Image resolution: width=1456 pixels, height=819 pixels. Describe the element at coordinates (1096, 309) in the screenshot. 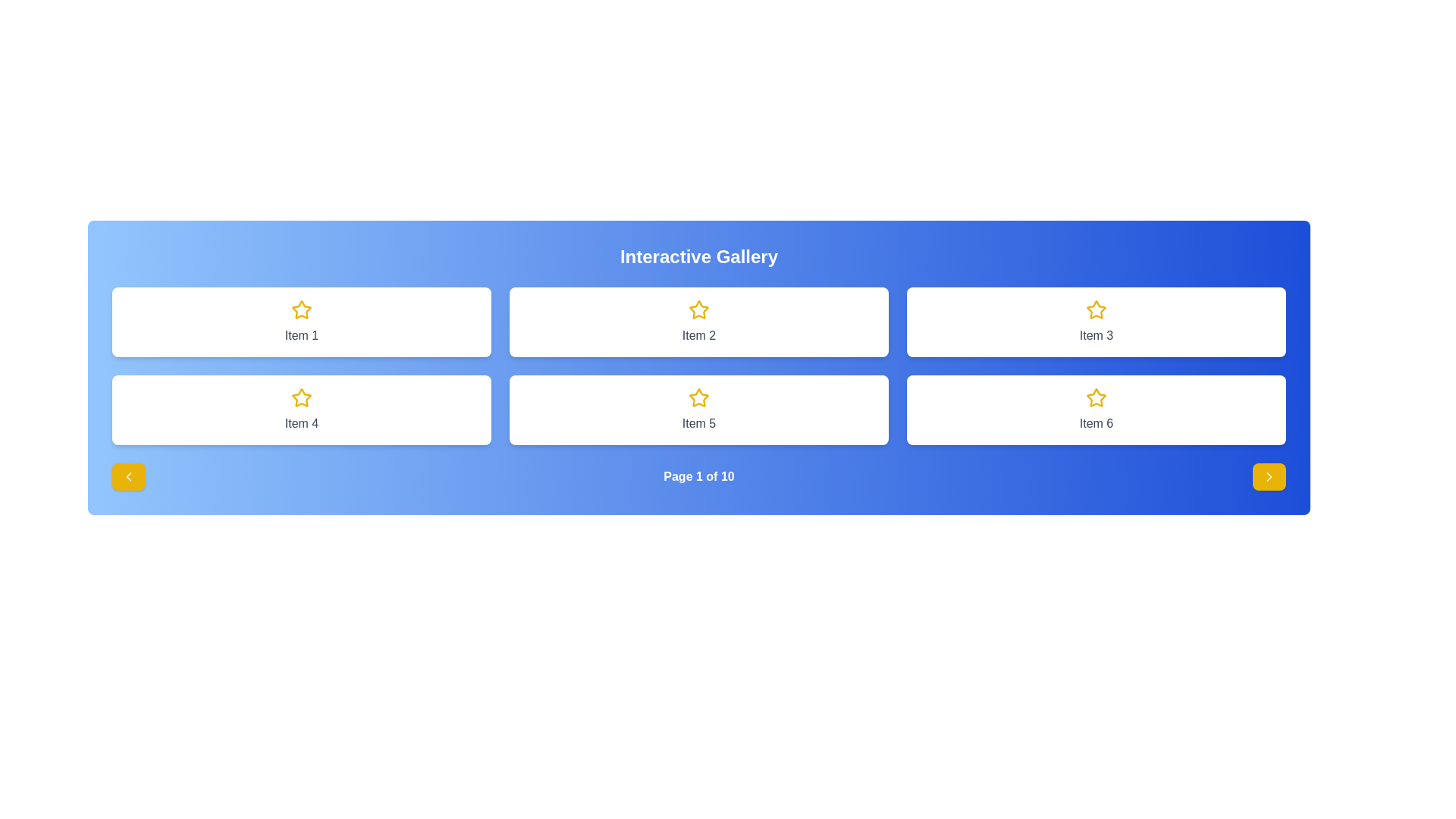

I see `the star-shaped icon with a yellow border located in the third column of the first row, which is associated with 'Item 3'` at that location.